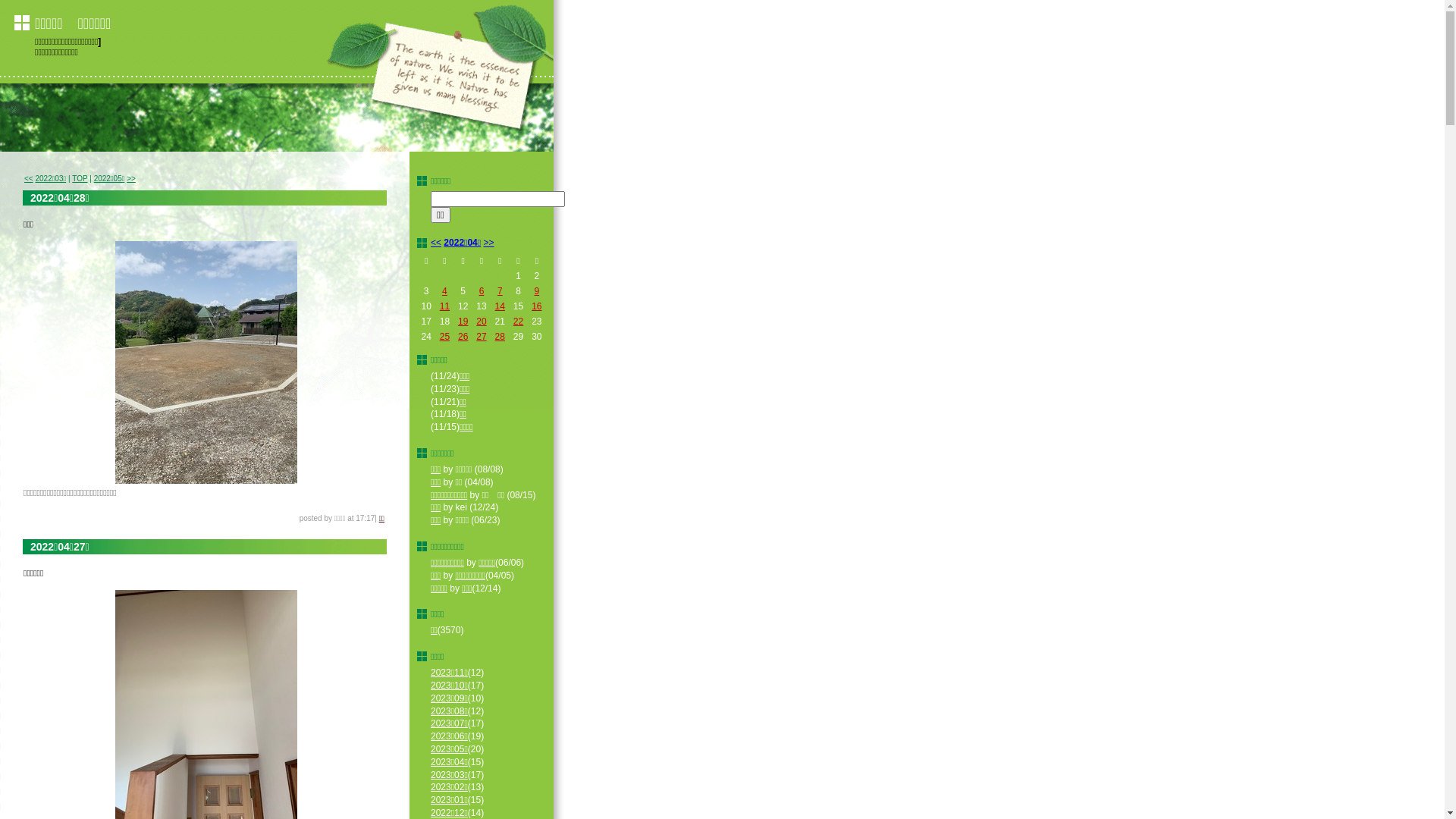 This screenshot has height=819, width=1456. What do you see at coordinates (531, 306) in the screenshot?
I see `'16'` at bounding box center [531, 306].